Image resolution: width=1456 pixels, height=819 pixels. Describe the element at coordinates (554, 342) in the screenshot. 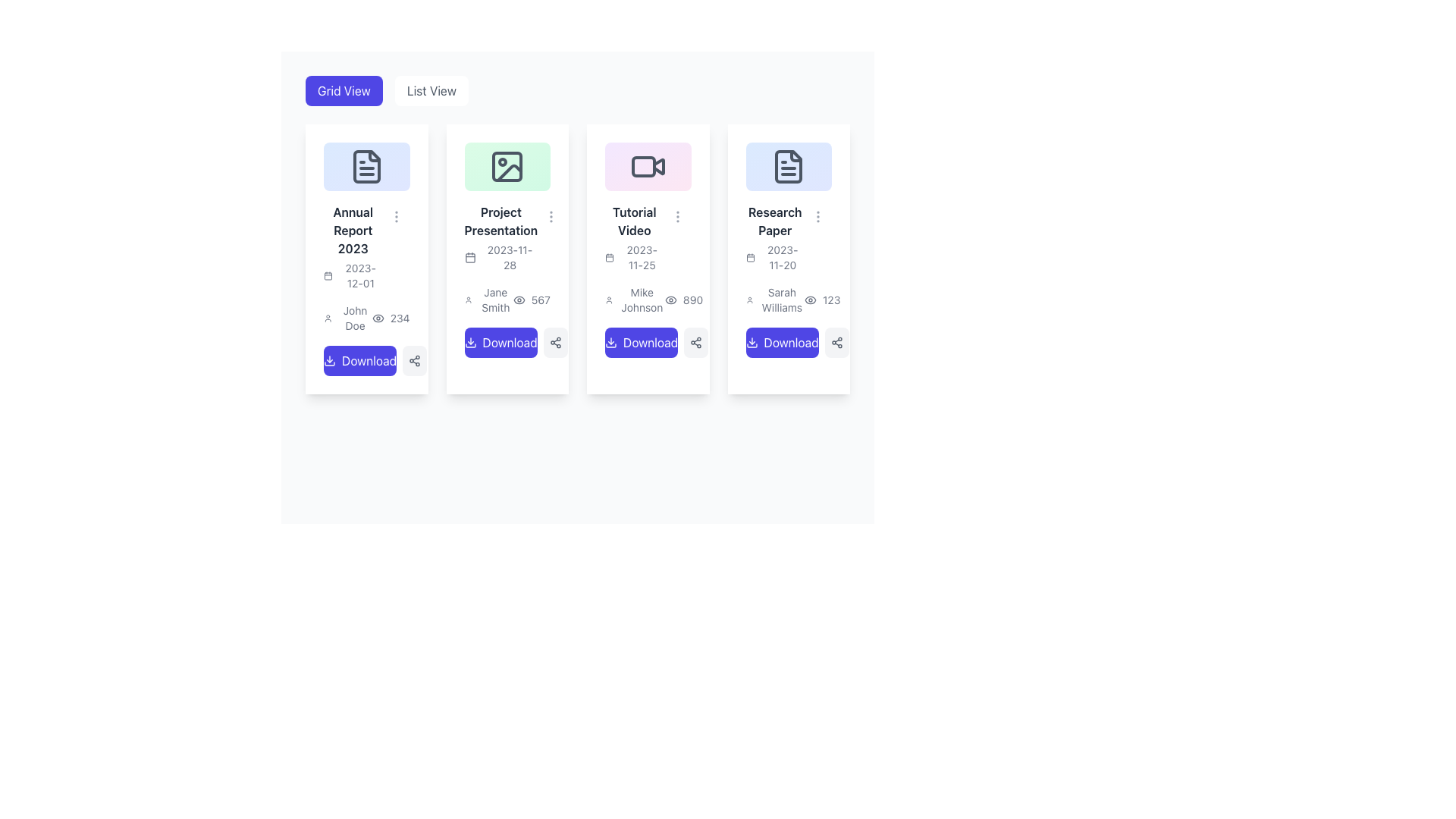

I see `the small rounded button with a sharing icon located to the right of the 'Download' button in the 'Project Presentation' card` at that location.